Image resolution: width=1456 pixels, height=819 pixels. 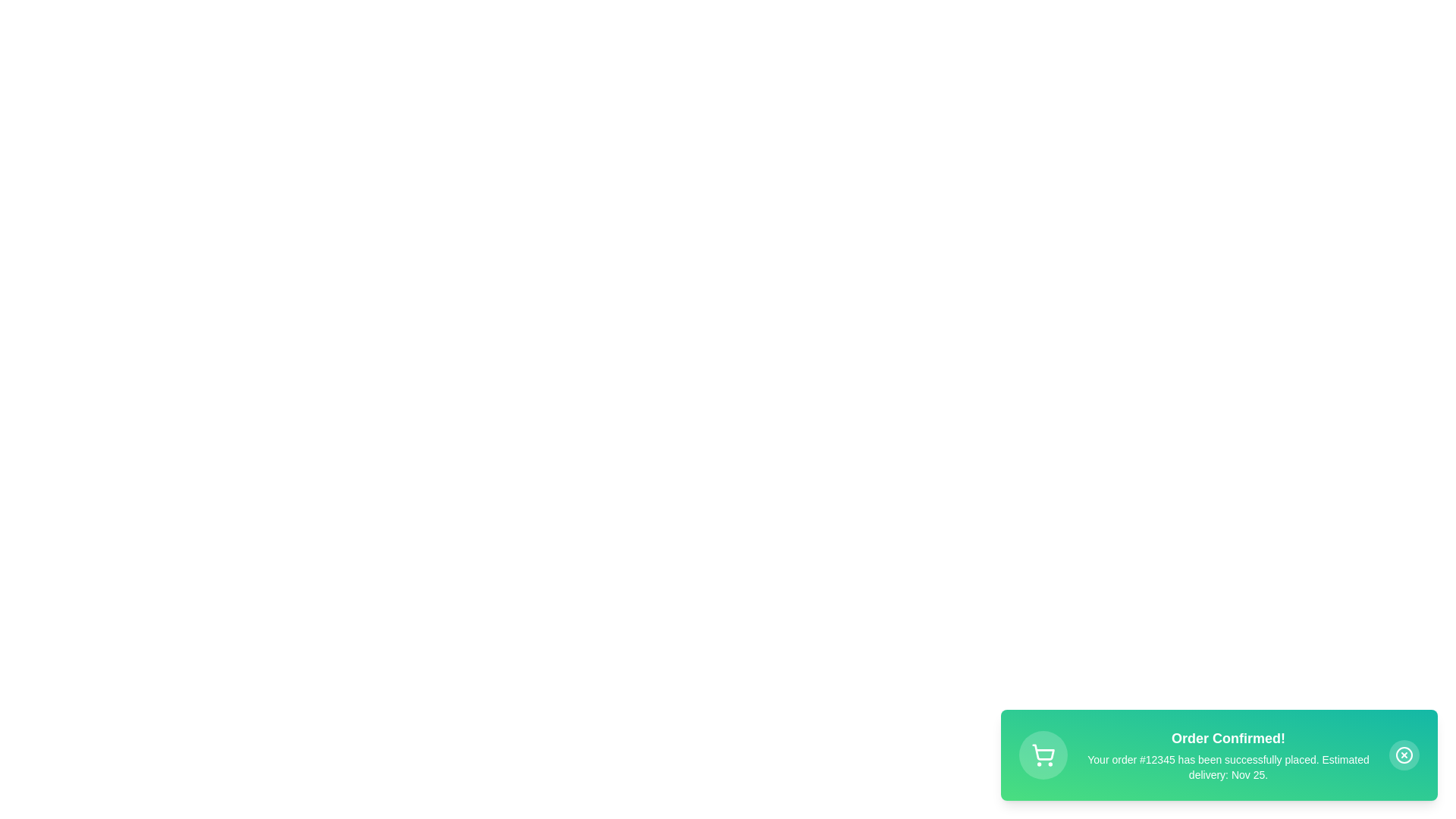 What do you see at coordinates (1228, 767) in the screenshot?
I see `the order confirmation label located in the green notification card at the bottom-right corner of the interface, directly below the 'Order Confirmed!' heading` at bounding box center [1228, 767].